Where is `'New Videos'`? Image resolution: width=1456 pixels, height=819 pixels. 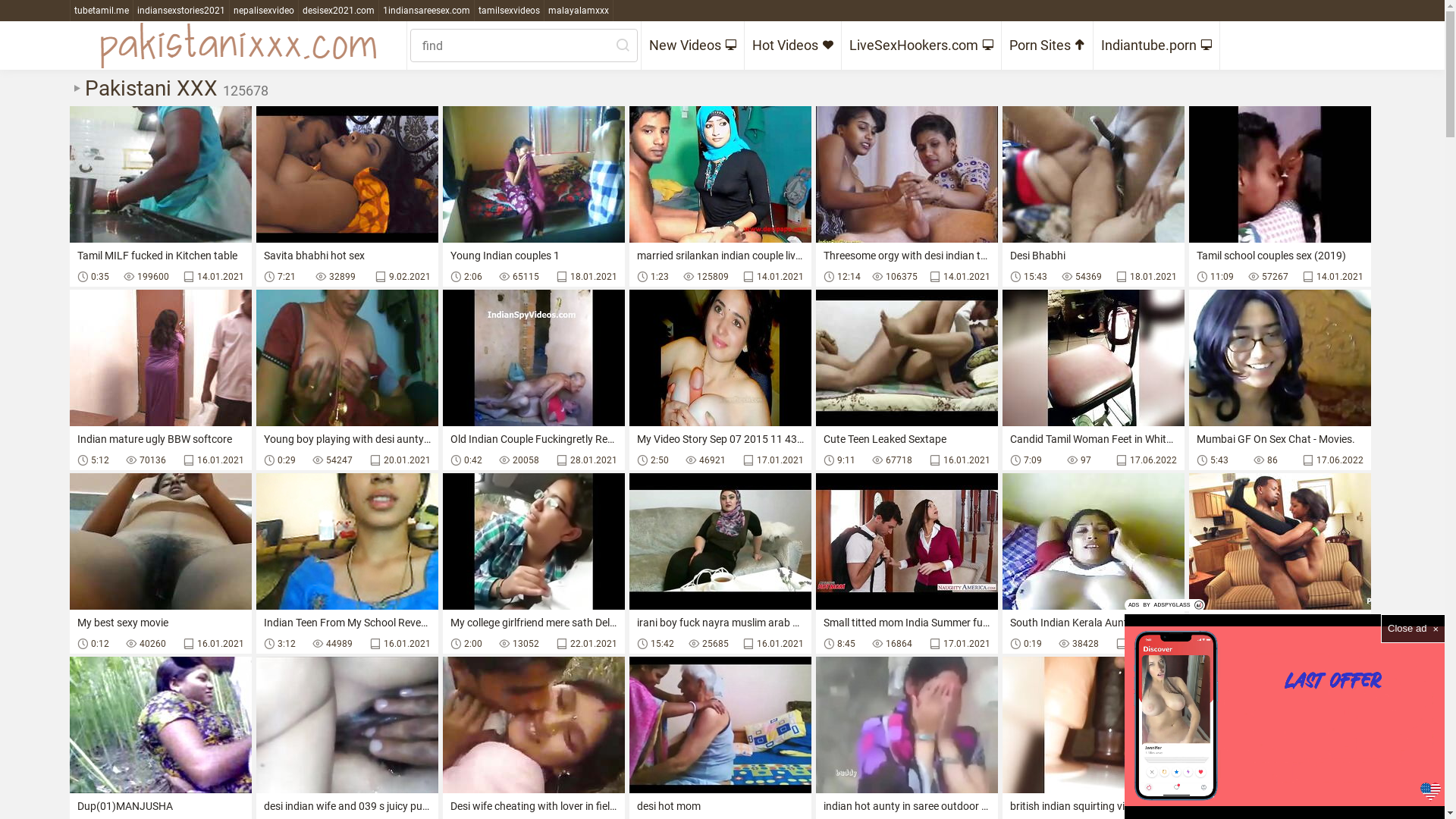
'New Videos' is located at coordinates (692, 45).